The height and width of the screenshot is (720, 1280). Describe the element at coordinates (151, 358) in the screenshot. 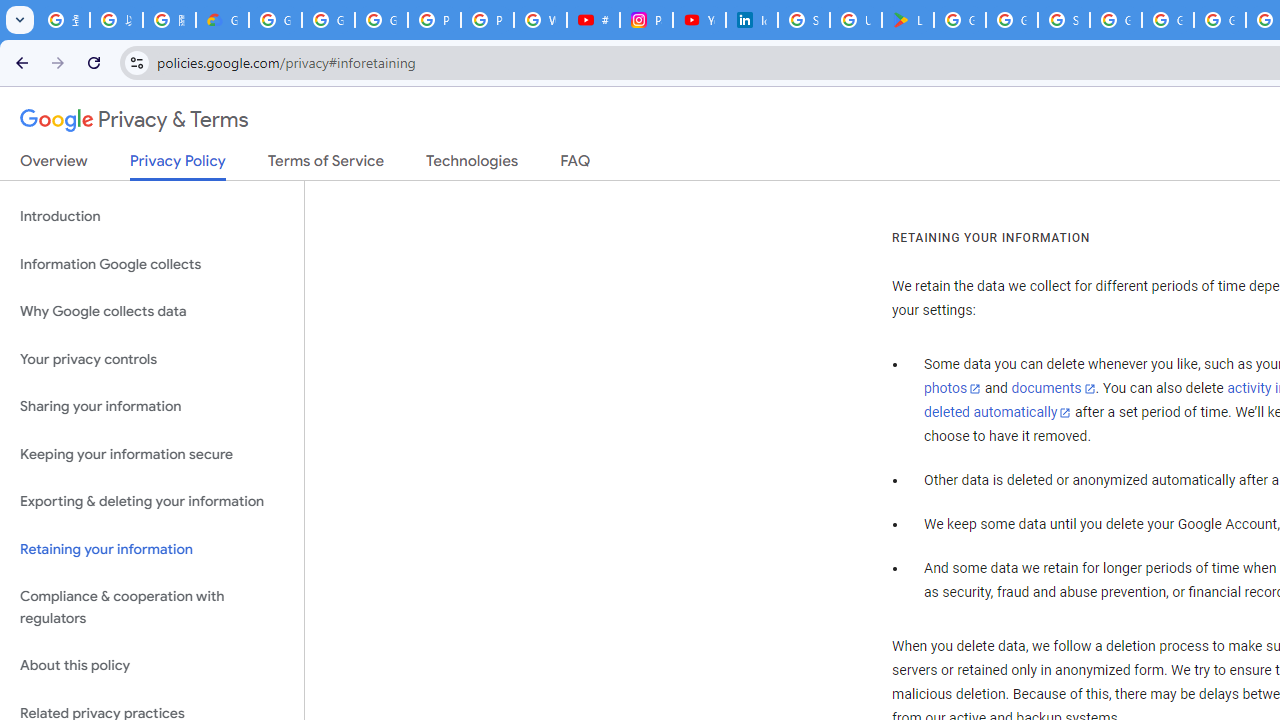

I see `'Your privacy controls'` at that location.